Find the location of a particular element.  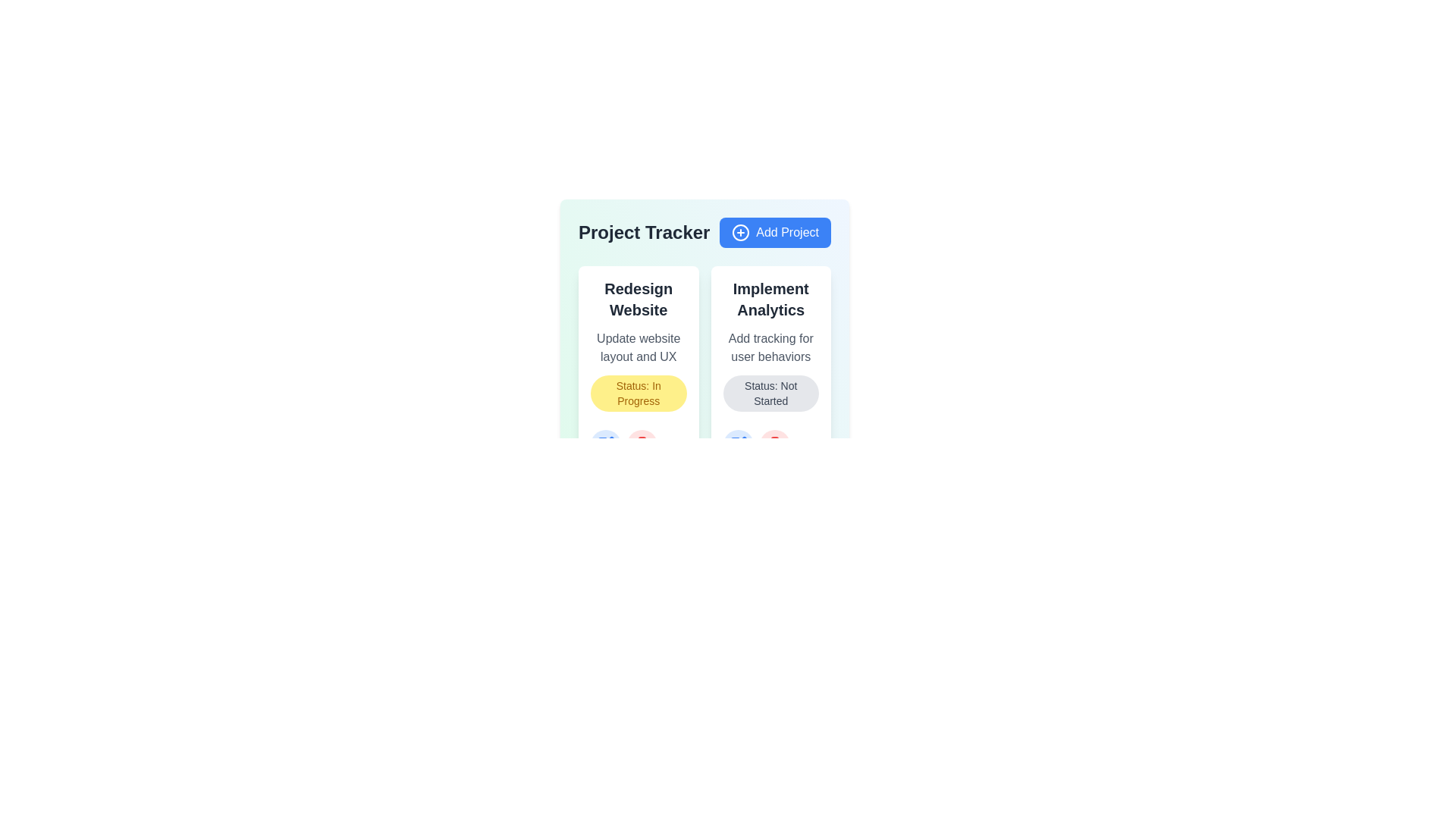

edit button for the project titled 'Implement Analytics' is located at coordinates (738, 444).